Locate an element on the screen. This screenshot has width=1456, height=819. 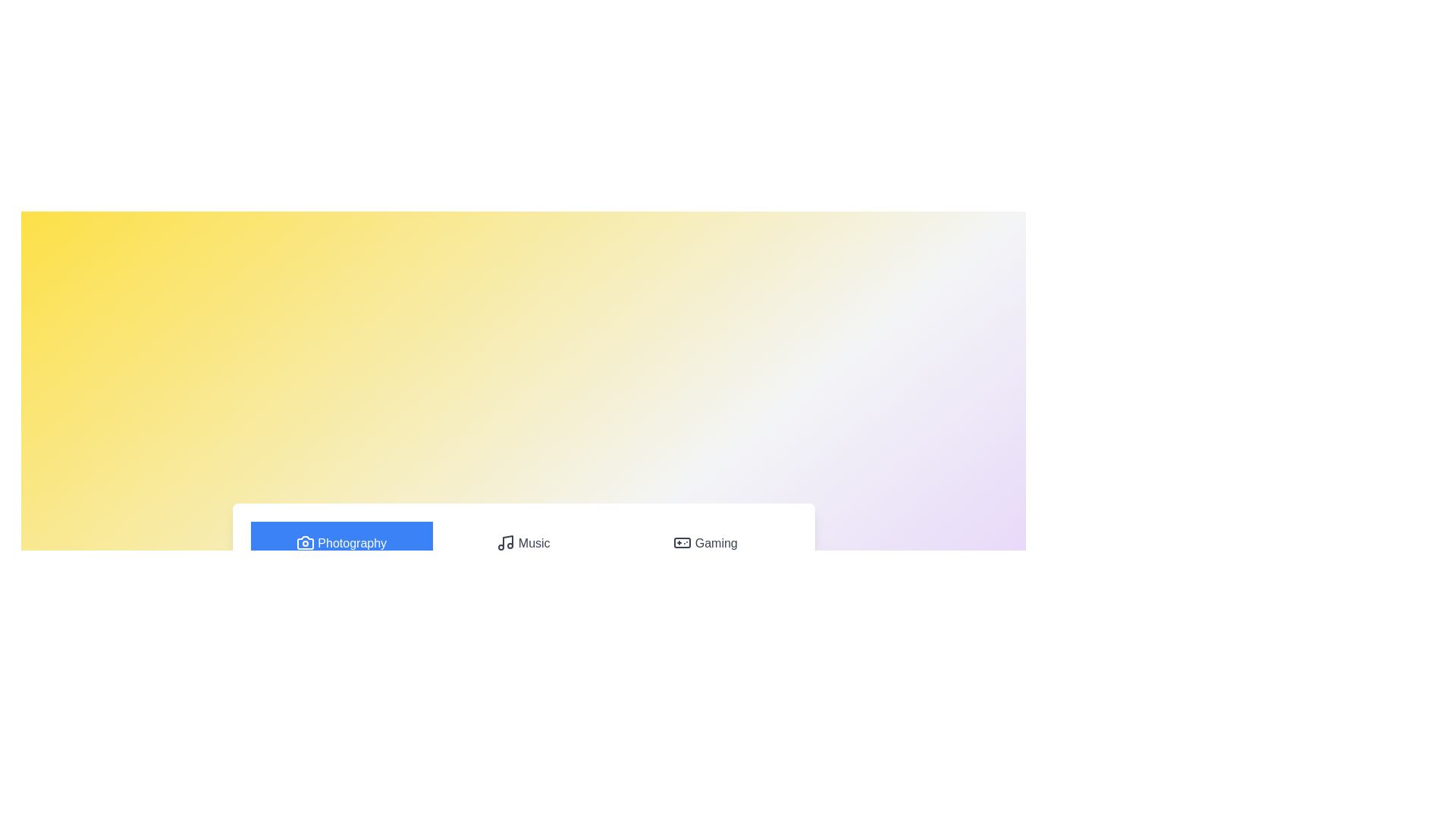
the tab labeled Photography is located at coordinates (340, 543).